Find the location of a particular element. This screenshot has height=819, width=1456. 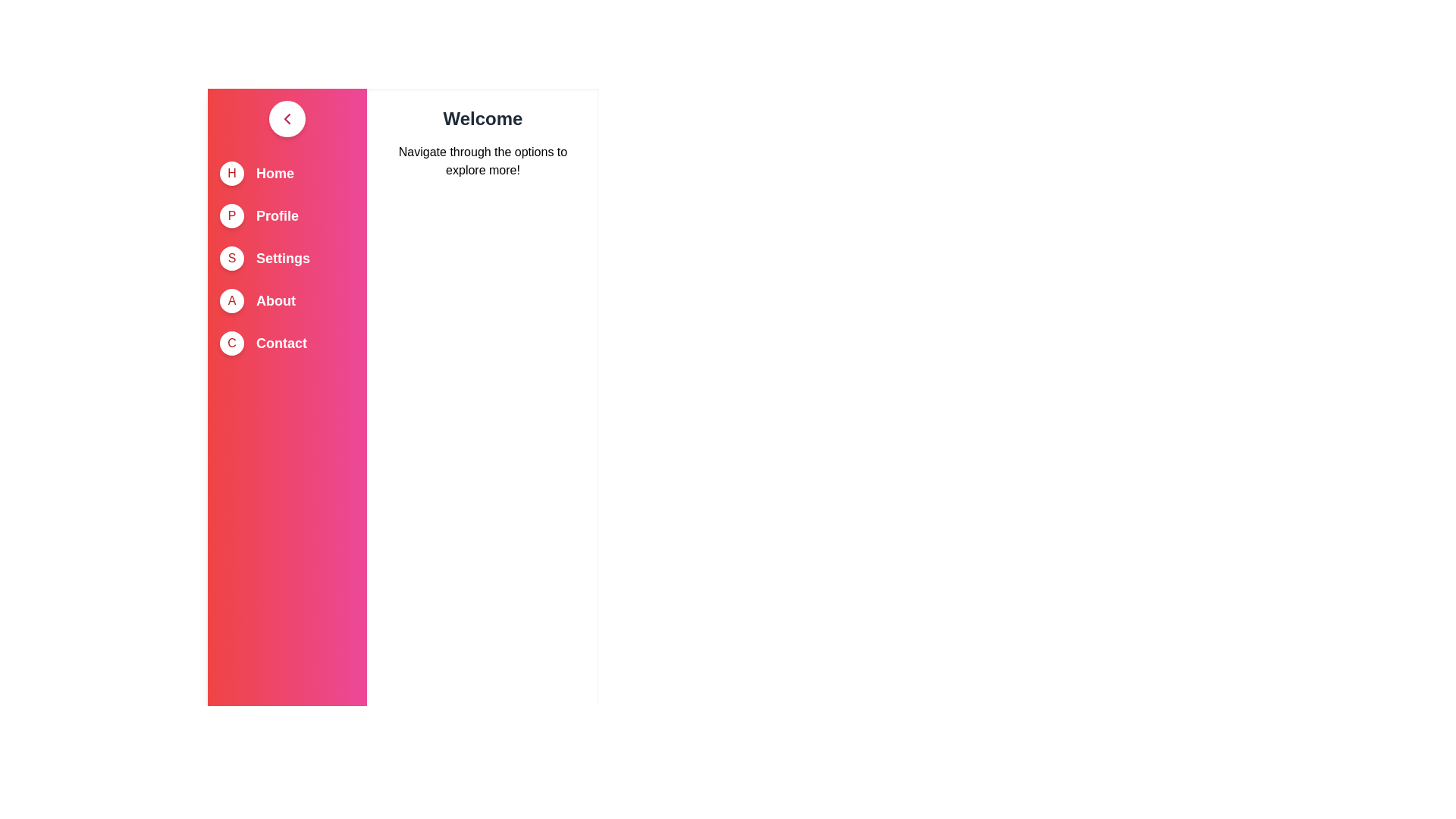

the menu item Profile is located at coordinates (277, 216).